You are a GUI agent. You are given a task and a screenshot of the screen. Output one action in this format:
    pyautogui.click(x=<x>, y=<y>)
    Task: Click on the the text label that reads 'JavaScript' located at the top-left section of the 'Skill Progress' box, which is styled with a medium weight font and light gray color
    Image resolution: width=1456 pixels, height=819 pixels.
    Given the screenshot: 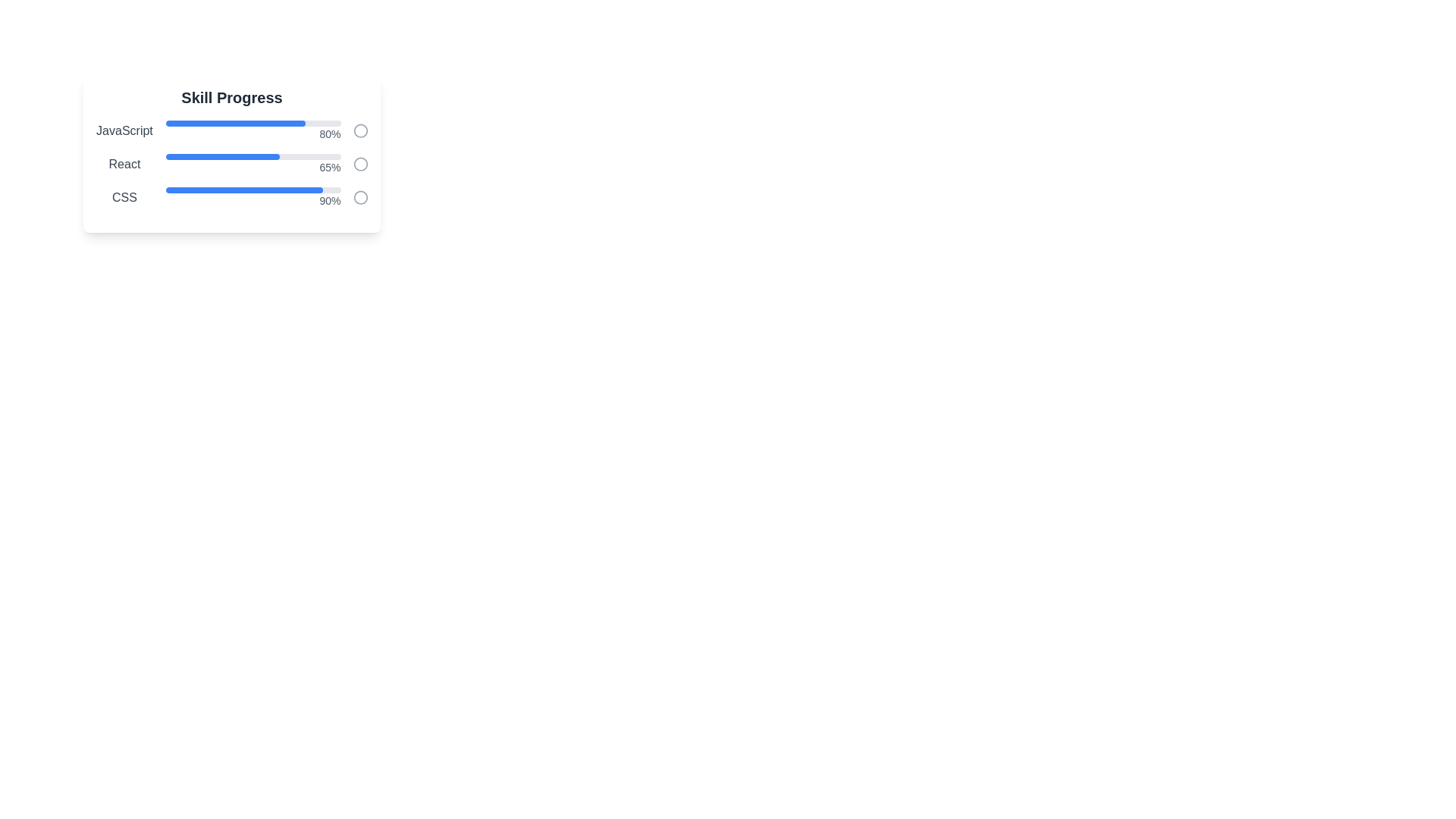 What is the action you would take?
    pyautogui.click(x=124, y=130)
    